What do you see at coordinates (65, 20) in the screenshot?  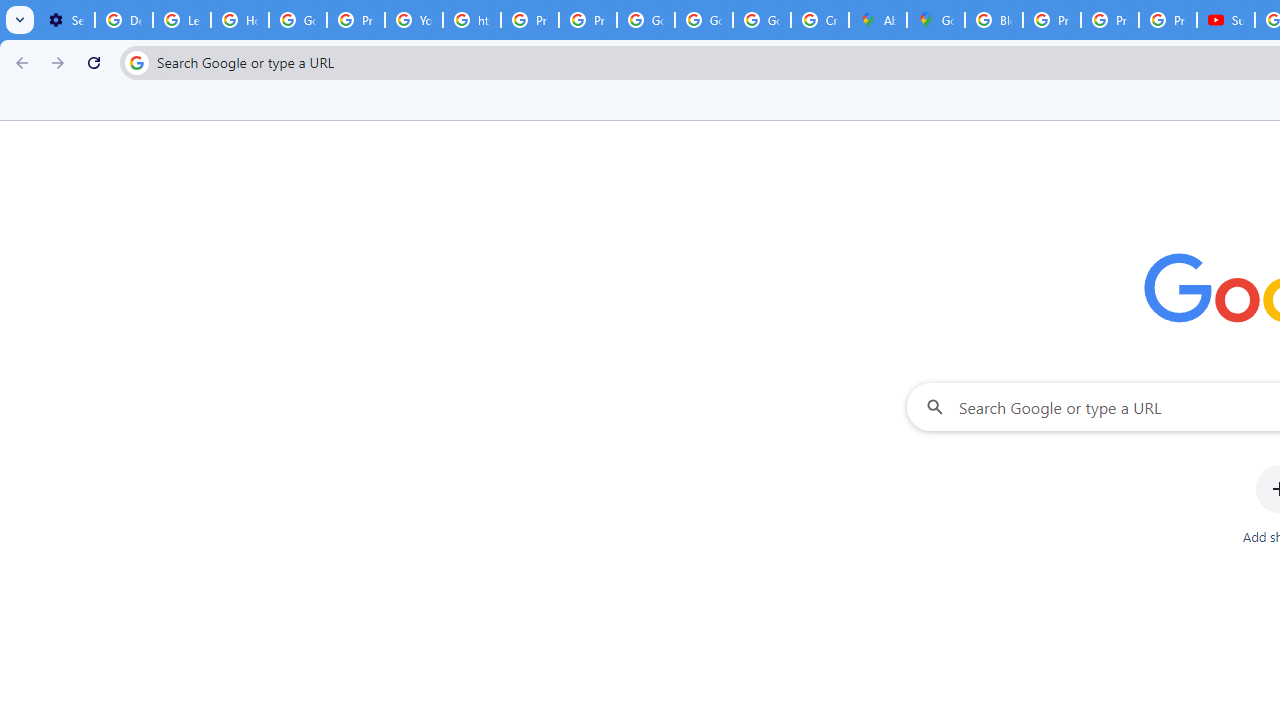 I see `'Settings - Customize profile'` at bounding box center [65, 20].